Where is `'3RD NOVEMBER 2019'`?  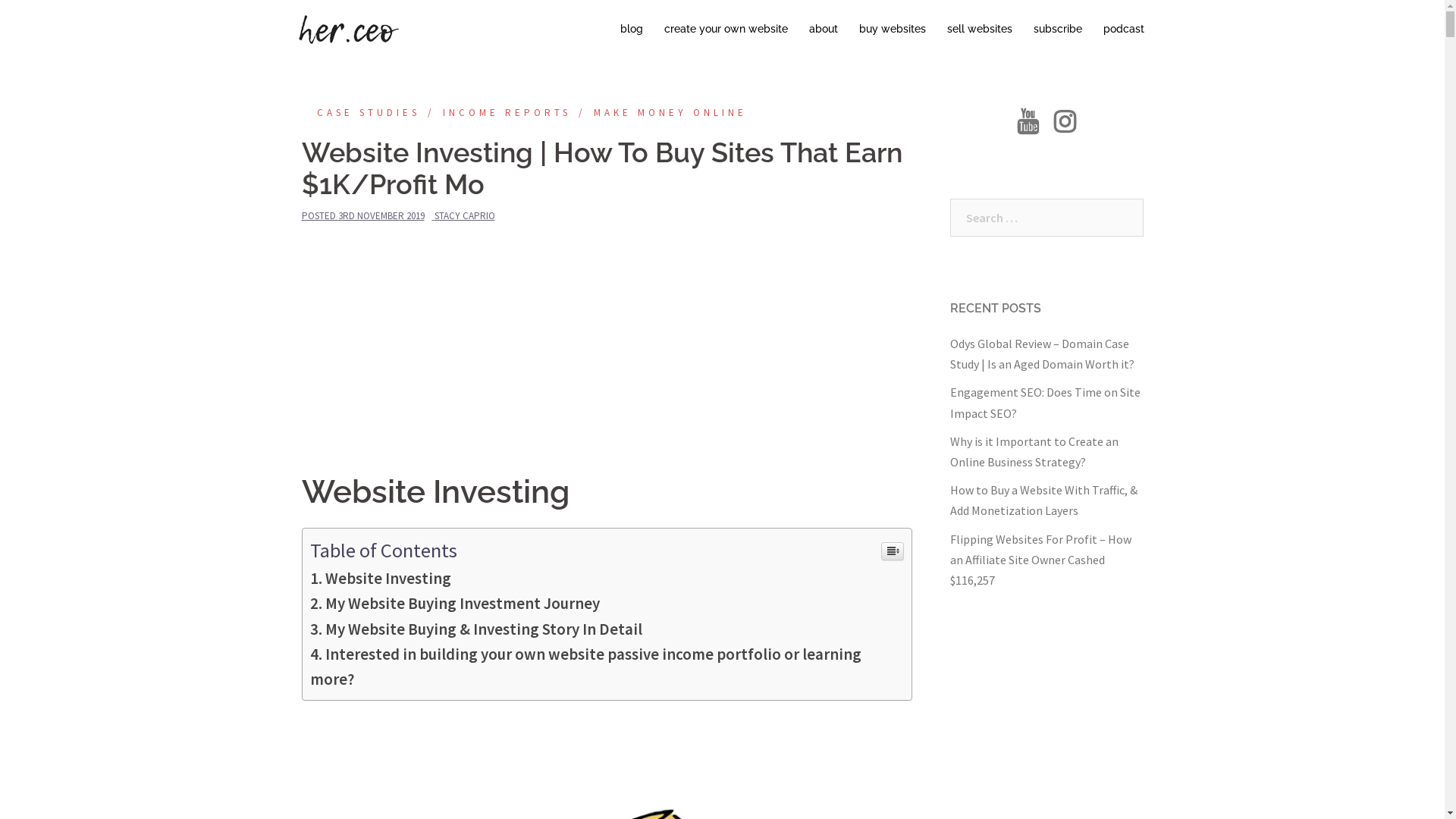 '3RD NOVEMBER 2019' is located at coordinates (381, 215).